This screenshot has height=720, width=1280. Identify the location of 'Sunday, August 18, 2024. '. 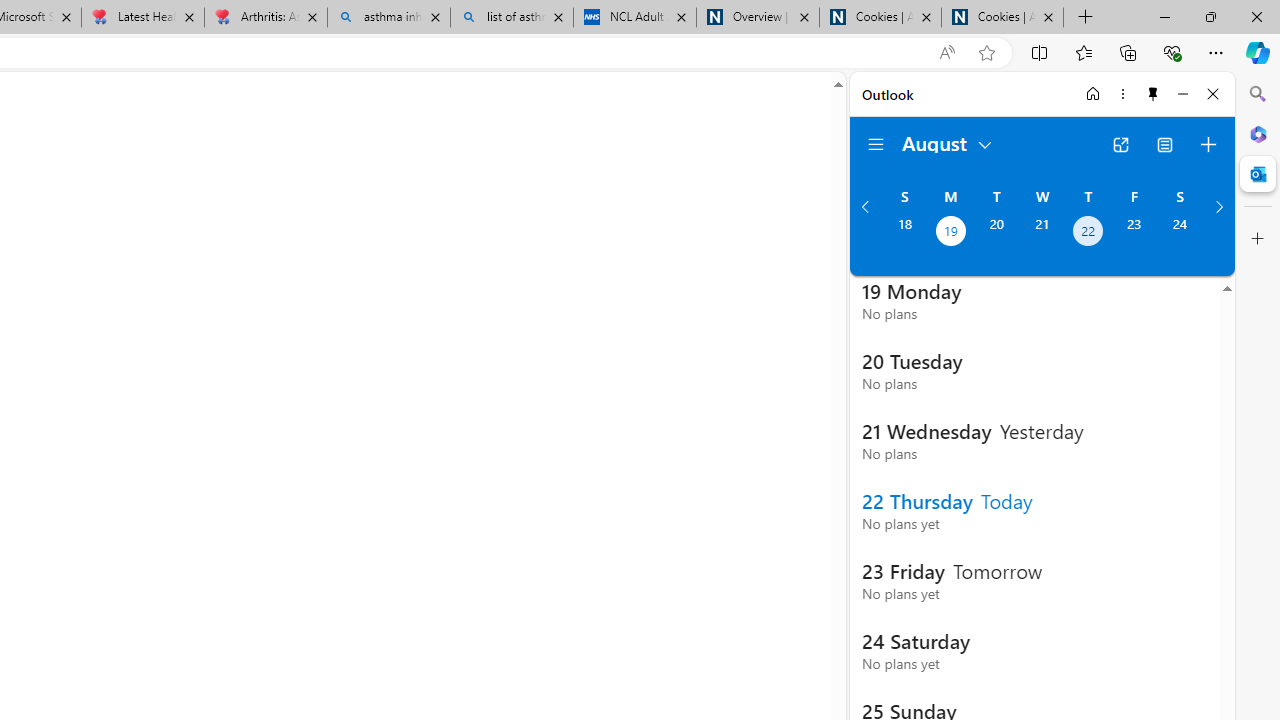
(903, 232).